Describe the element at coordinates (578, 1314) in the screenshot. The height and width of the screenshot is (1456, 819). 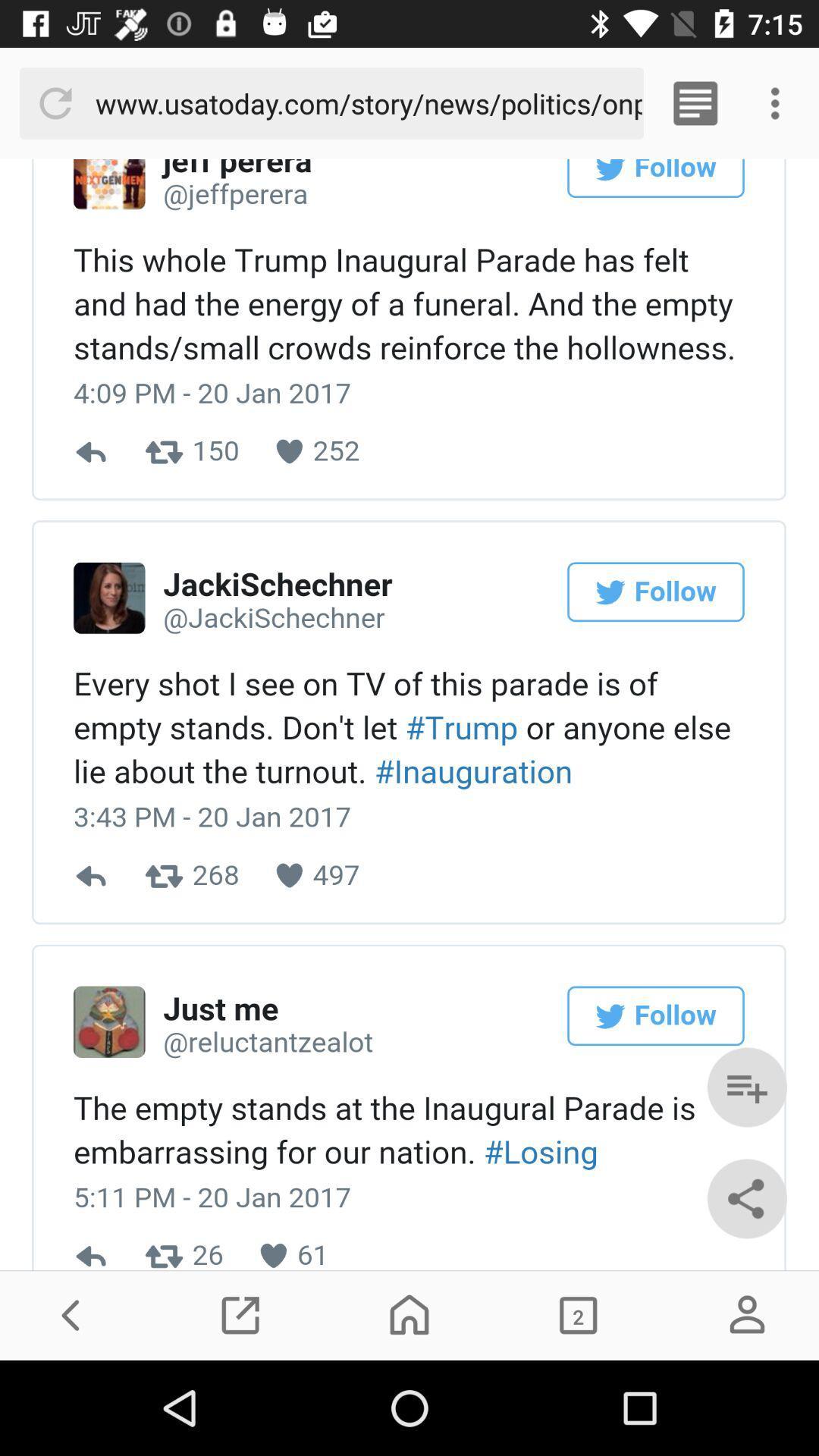
I see `the wallpaper icon` at that location.